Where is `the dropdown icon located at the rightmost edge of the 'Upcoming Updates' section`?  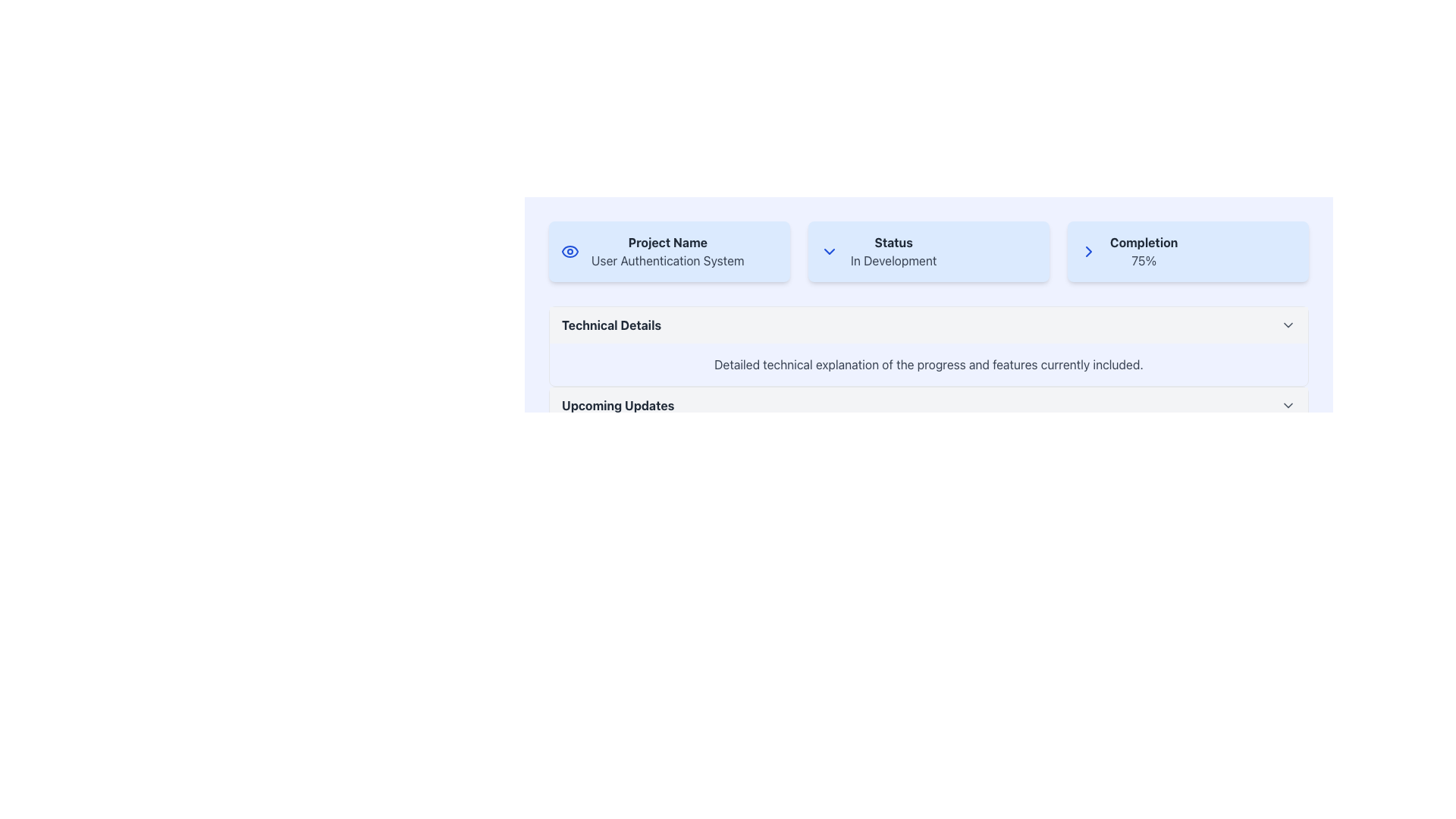
the dropdown icon located at the rightmost edge of the 'Upcoming Updates' section is located at coordinates (1288, 405).